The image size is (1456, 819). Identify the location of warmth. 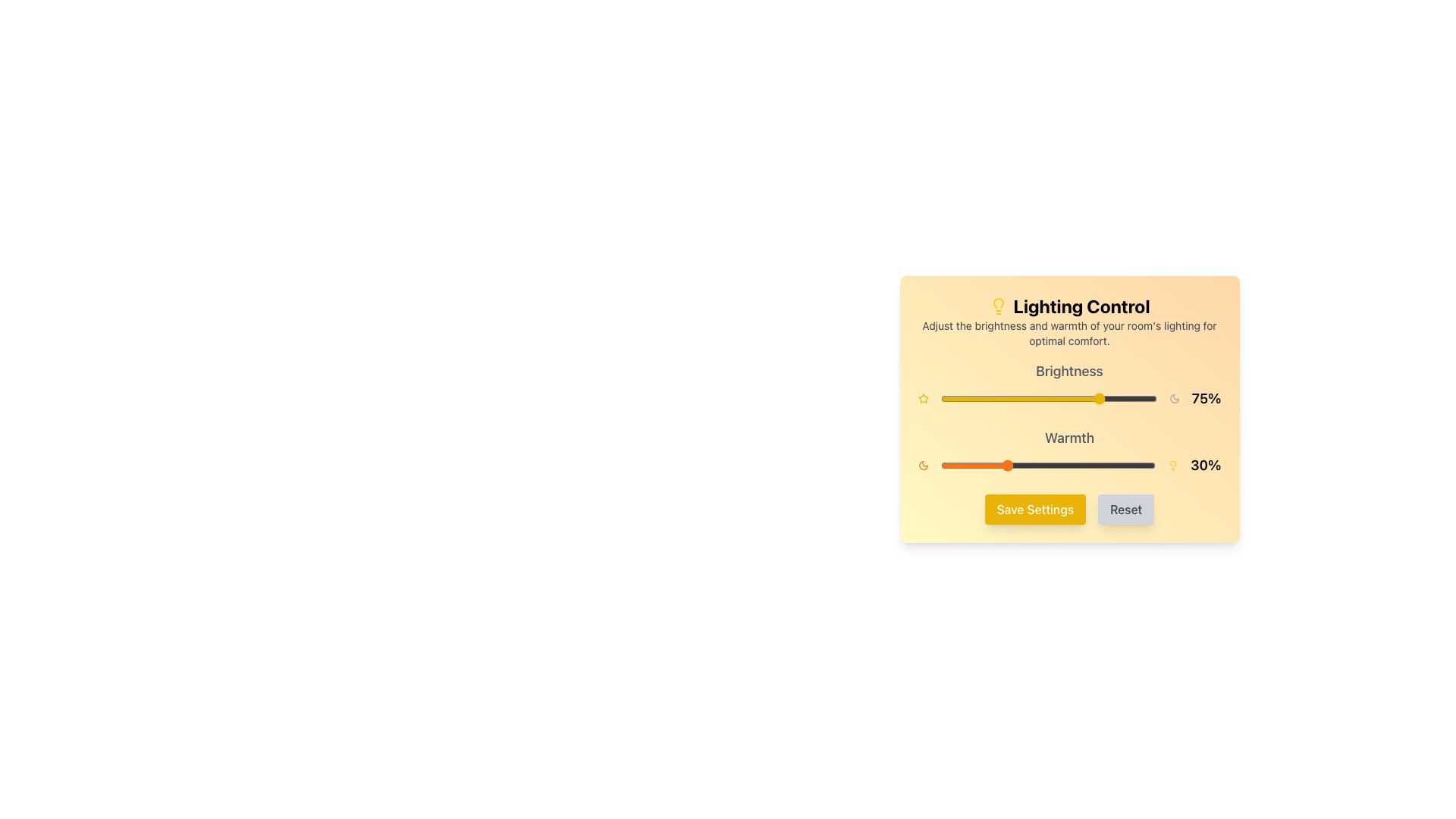
(1009, 464).